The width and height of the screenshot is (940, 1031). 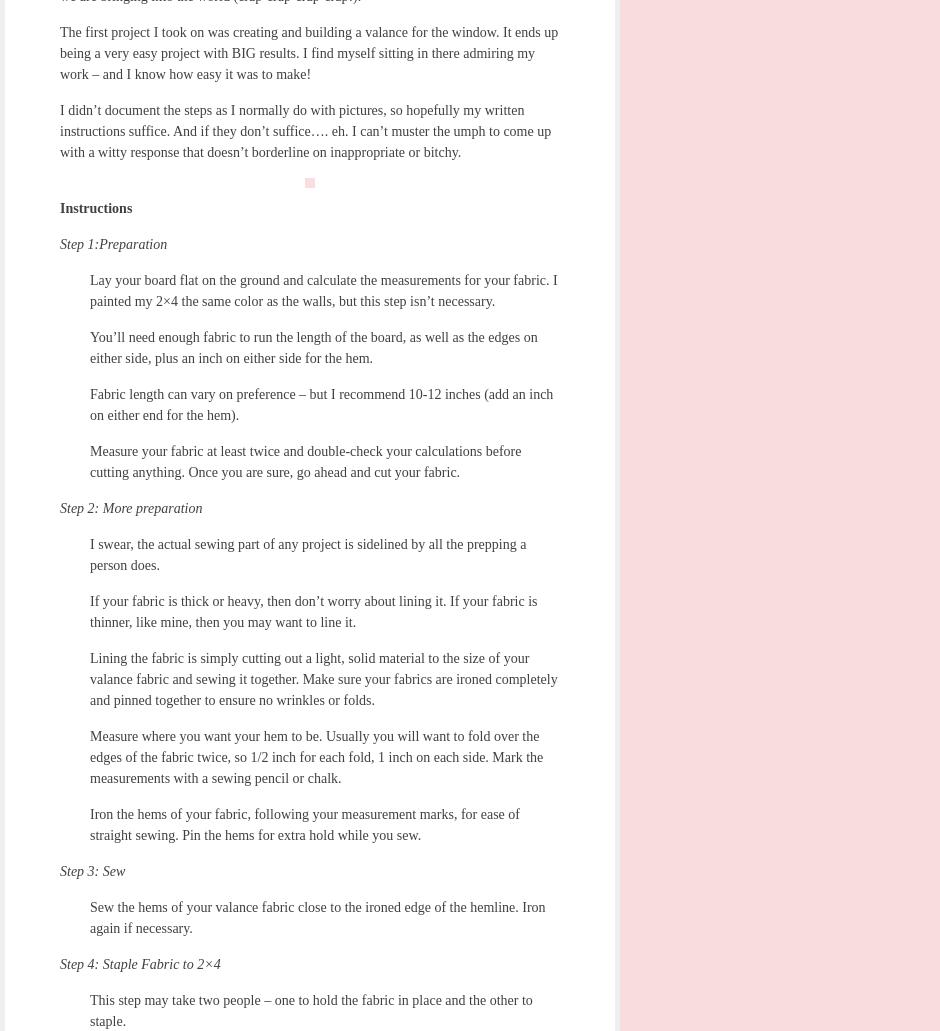 I want to click on 'Measure your fabric at least twice and double-check your calculations before cutting anything. Once you are sure, go ahead and cut your fabric.', so click(x=304, y=460).